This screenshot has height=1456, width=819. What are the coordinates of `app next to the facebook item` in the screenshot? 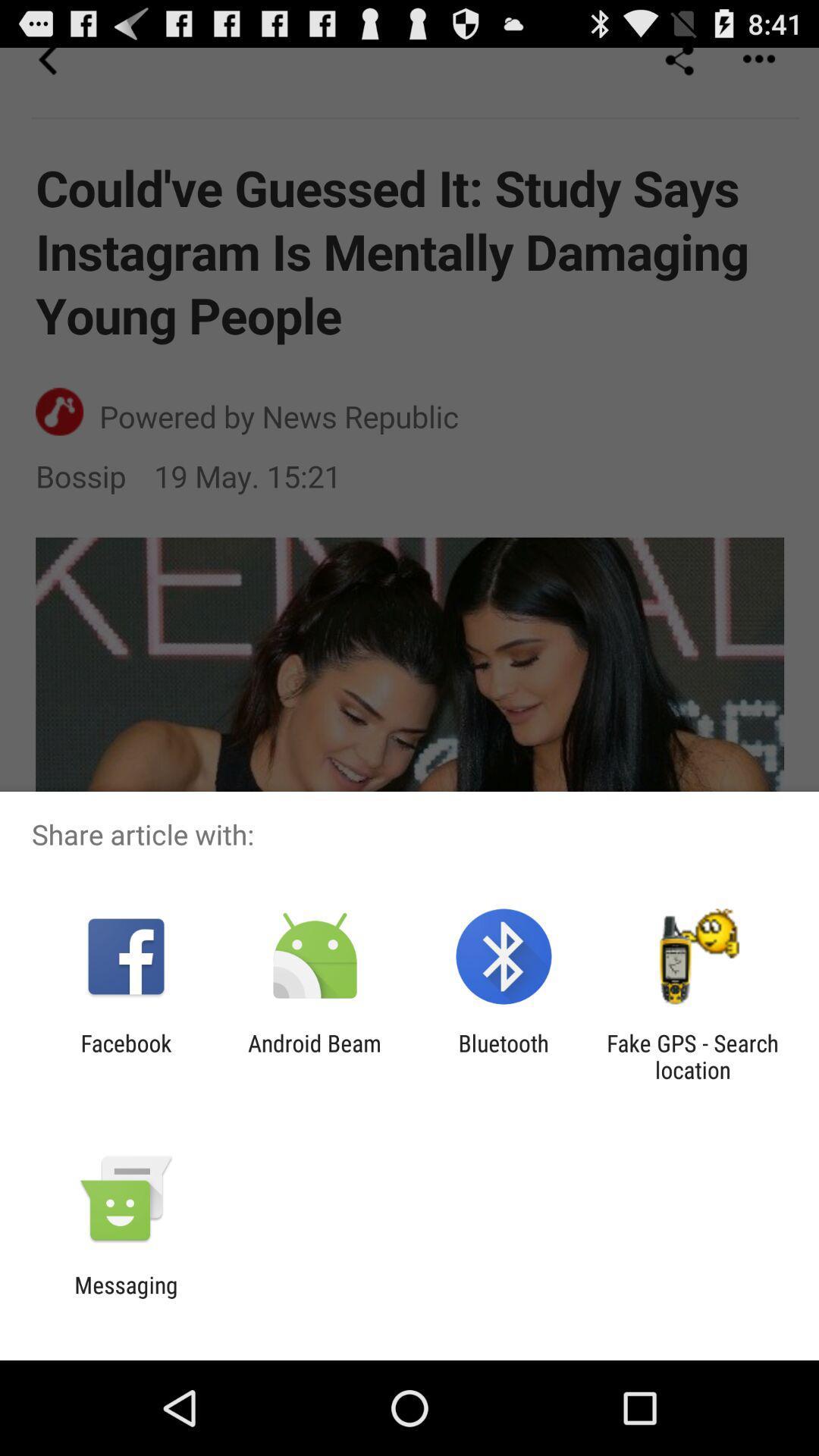 It's located at (314, 1056).